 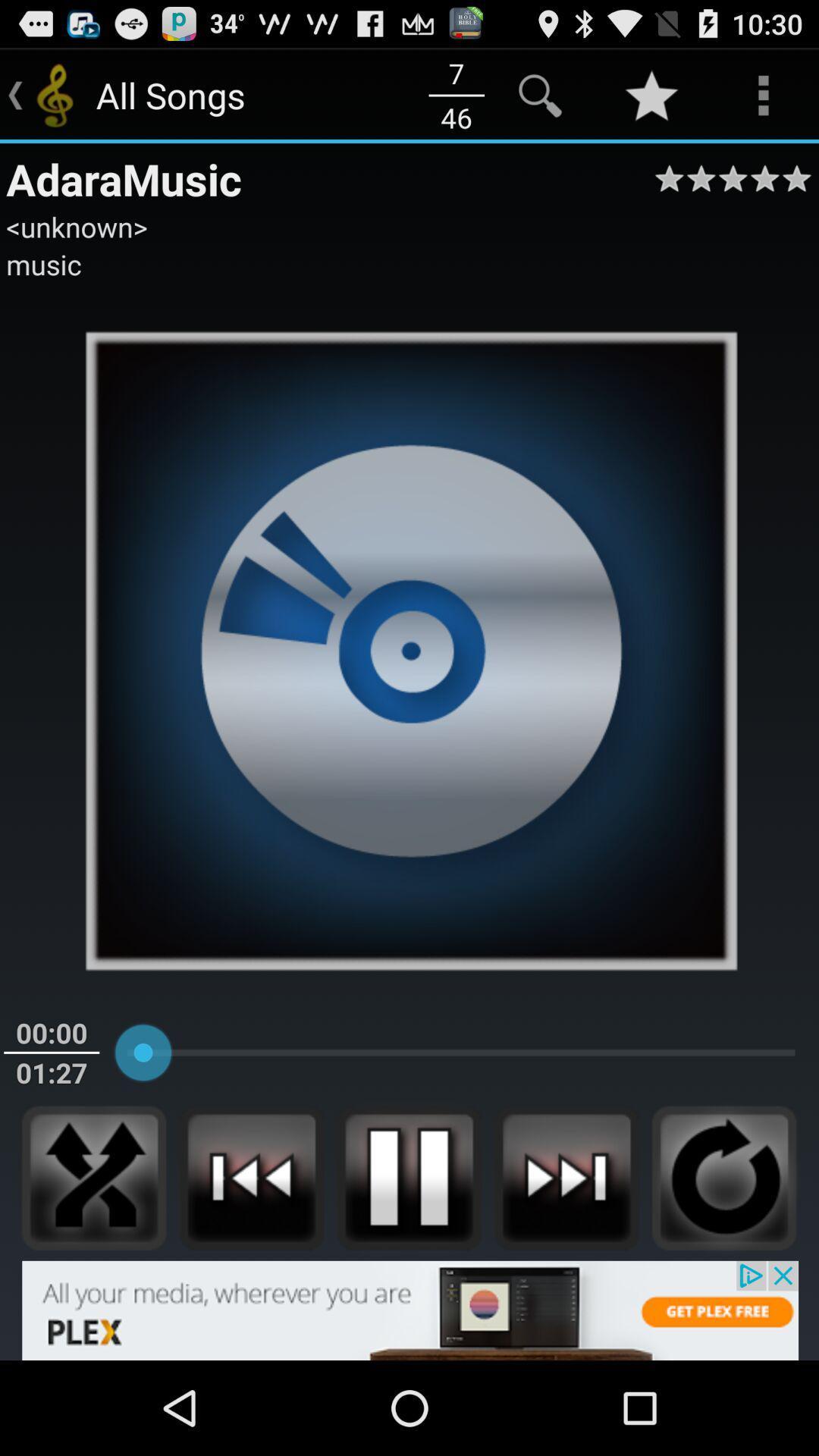 I want to click on music, so click(x=42, y=265).